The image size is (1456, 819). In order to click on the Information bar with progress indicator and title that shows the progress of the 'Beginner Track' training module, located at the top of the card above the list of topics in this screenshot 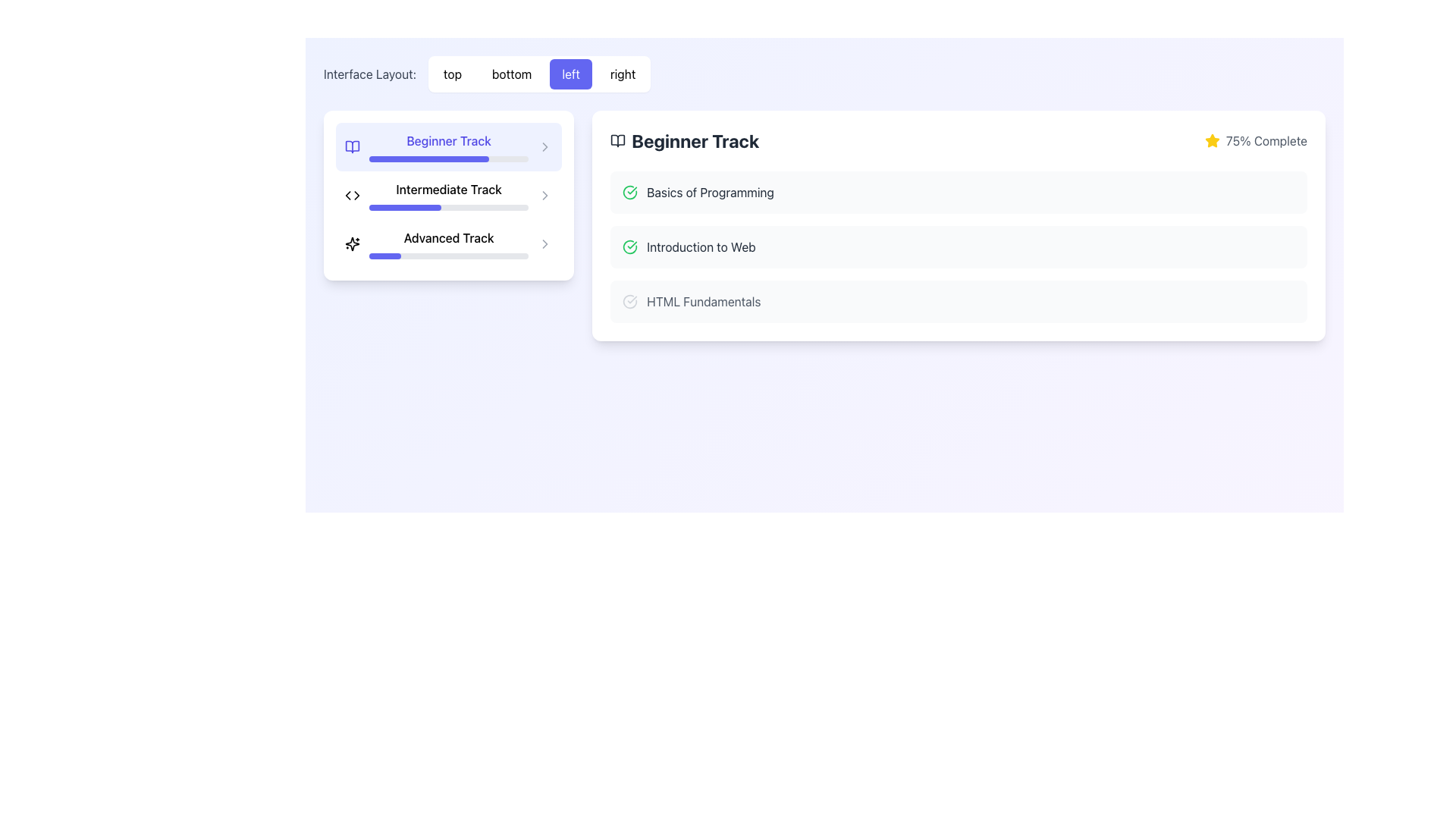, I will do `click(958, 140)`.